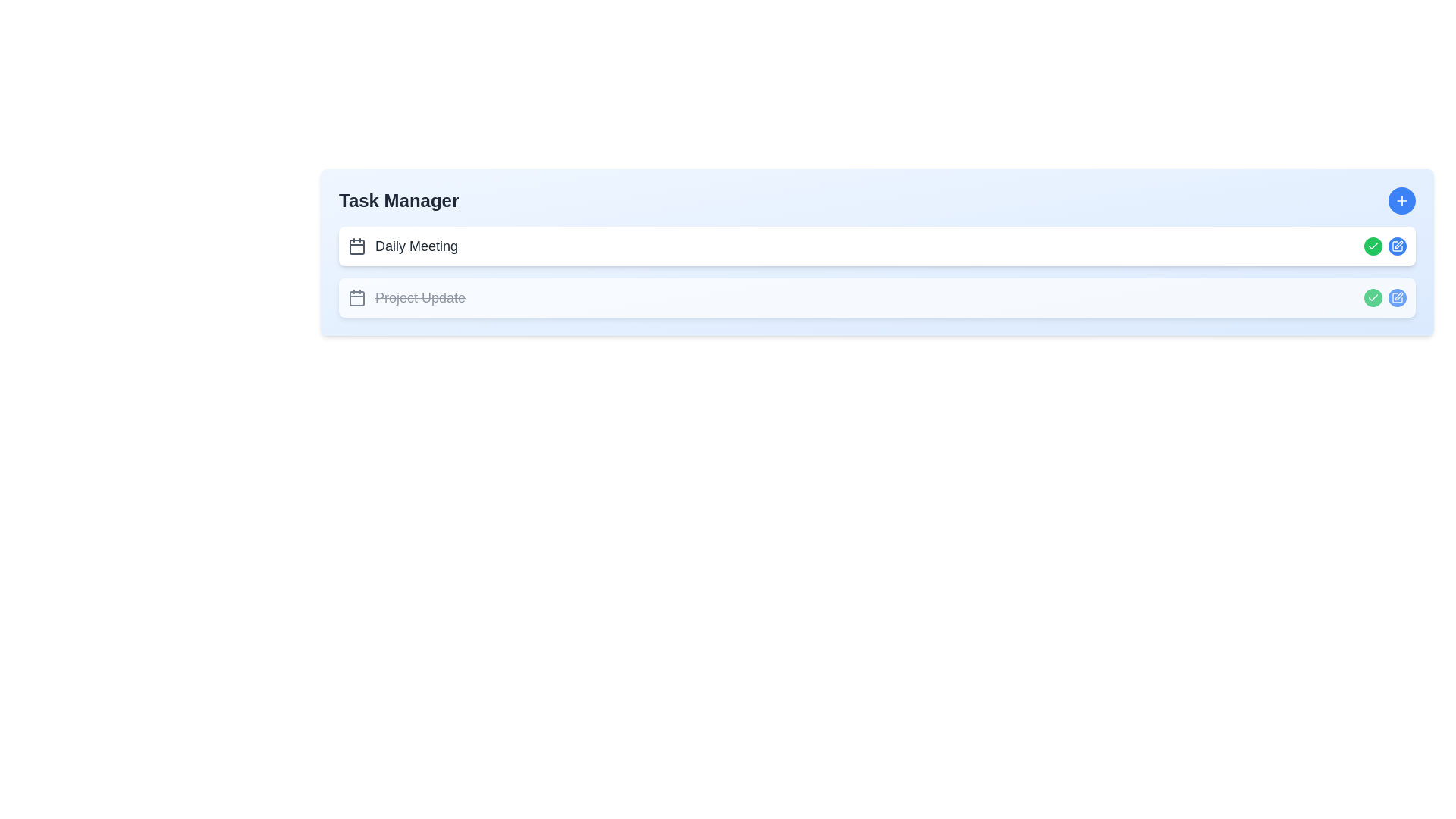  What do you see at coordinates (1397, 244) in the screenshot?
I see `the edit button located on the right-hand side of the 'Daily Meeting' task entry in the task management interface` at bounding box center [1397, 244].